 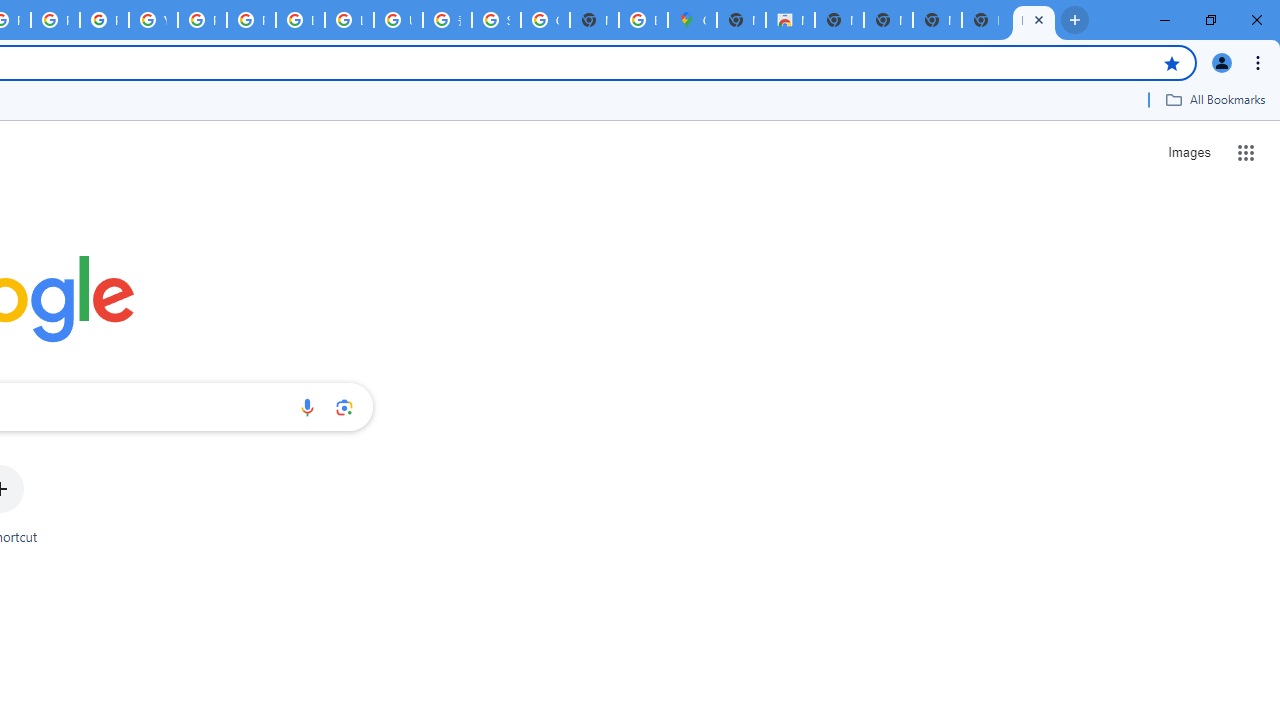 What do you see at coordinates (1189, 152) in the screenshot?
I see `'Search for Images '` at bounding box center [1189, 152].